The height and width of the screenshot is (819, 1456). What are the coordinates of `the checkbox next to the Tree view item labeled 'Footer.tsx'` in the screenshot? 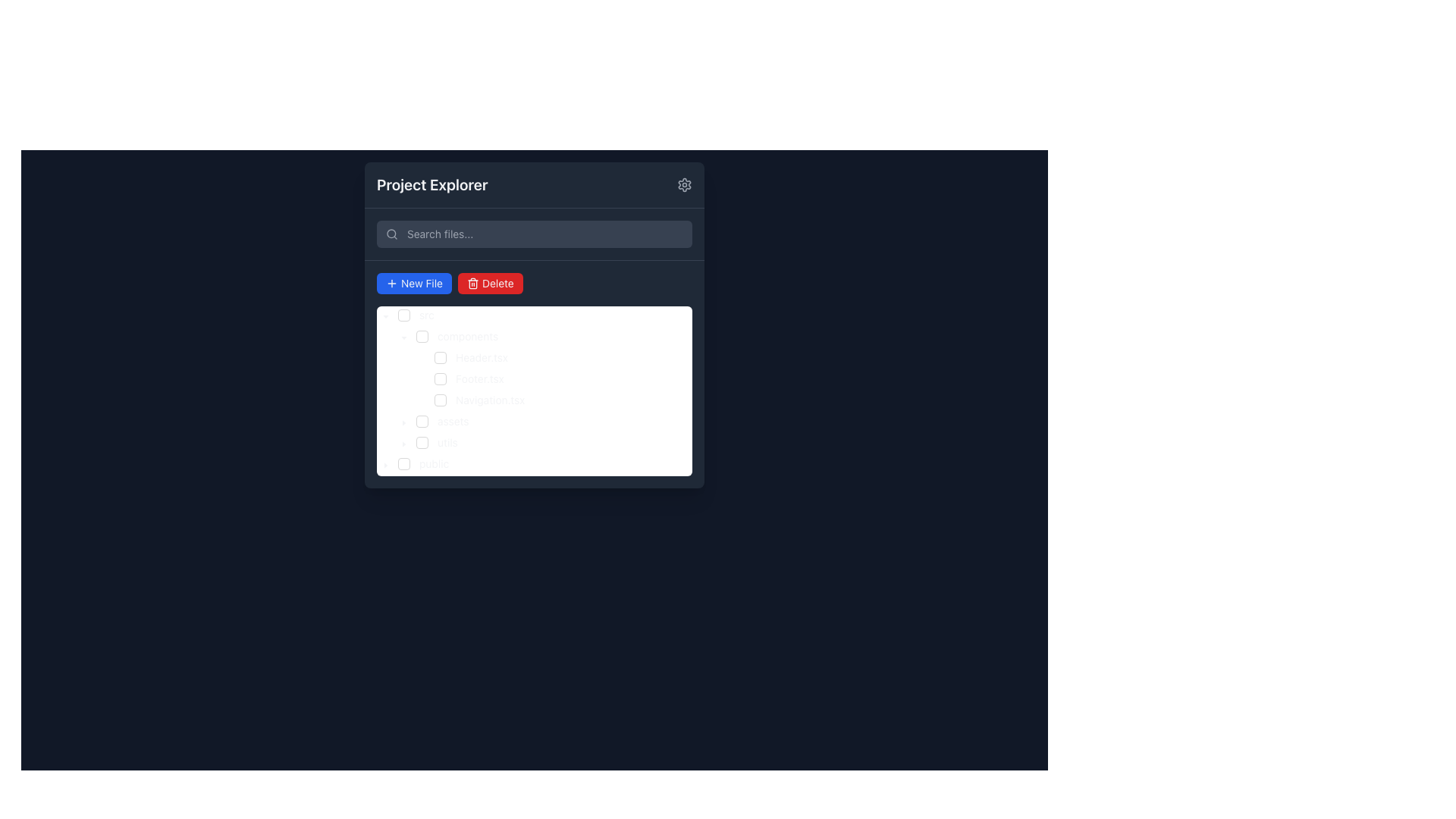 It's located at (442, 378).